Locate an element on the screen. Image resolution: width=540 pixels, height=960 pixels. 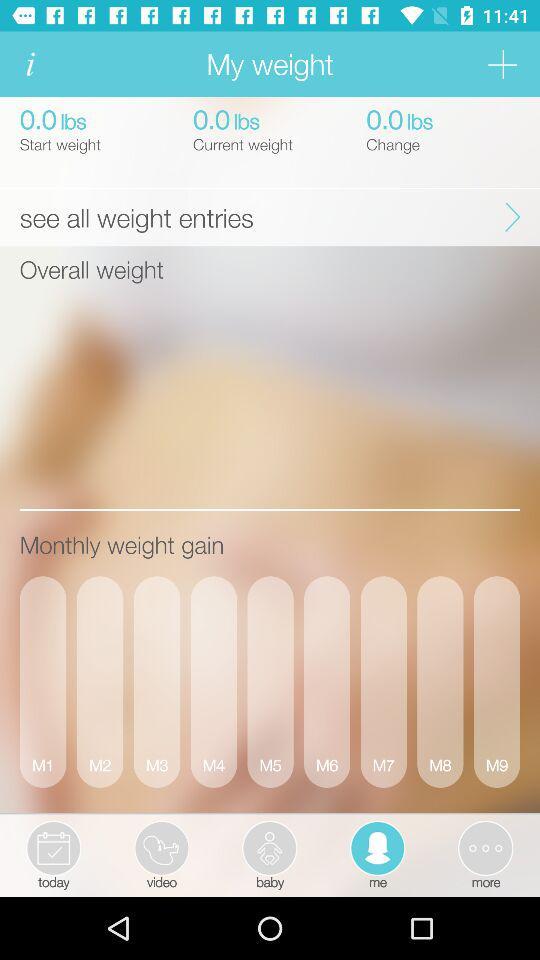
icon above the 0.0 app is located at coordinates (29, 64).